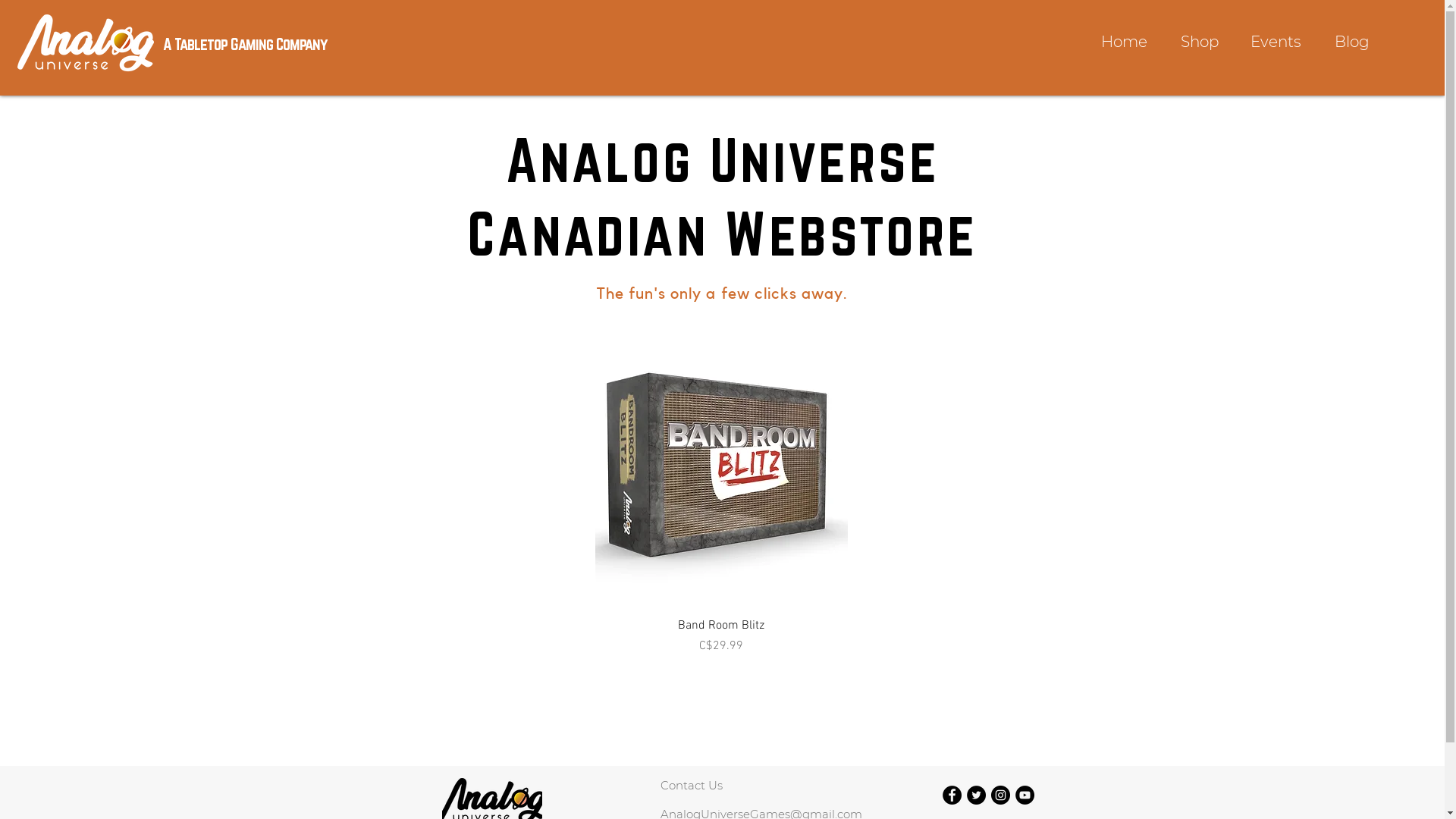 Image resolution: width=1456 pixels, height=819 pixels. I want to click on 'Band Room Blitz, so click(720, 636).